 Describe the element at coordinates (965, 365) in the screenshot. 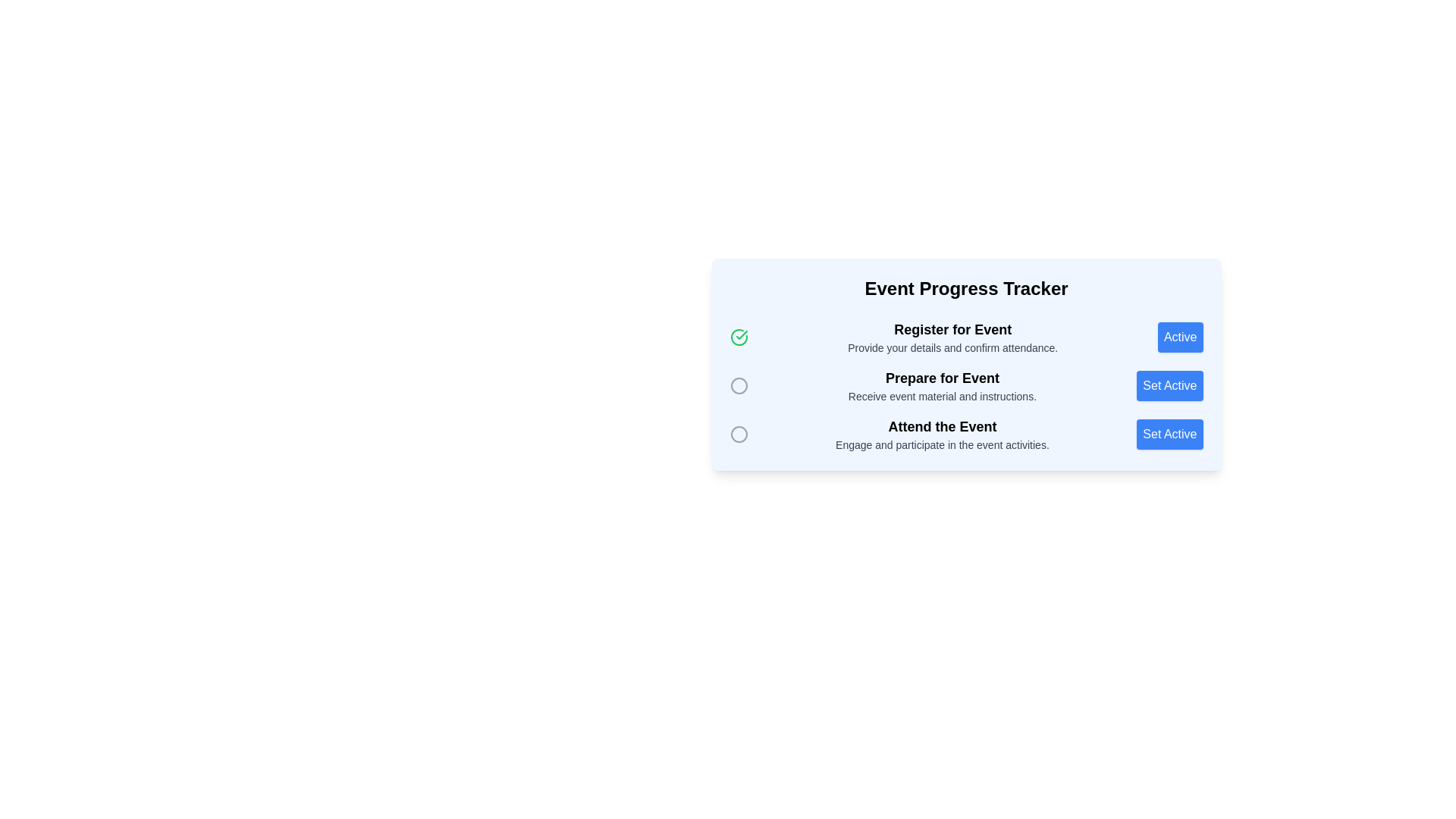

I see `the second milestone in the progress tracker` at that location.